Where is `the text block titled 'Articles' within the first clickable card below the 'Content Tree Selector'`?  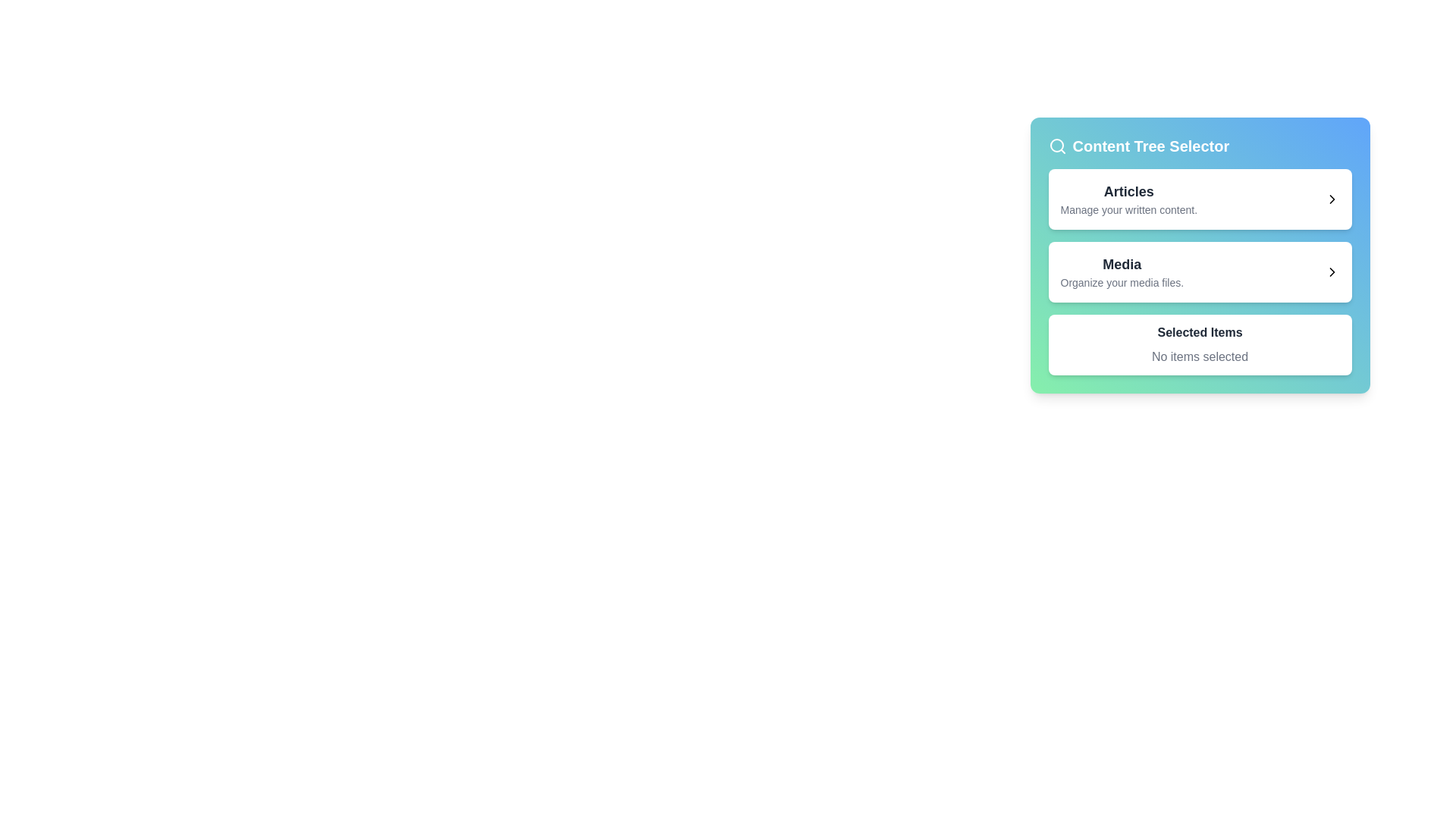
the text block titled 'Articles' within the first clickable card below the 'Content Tree Selector' is located at coordinates (1128, 198).